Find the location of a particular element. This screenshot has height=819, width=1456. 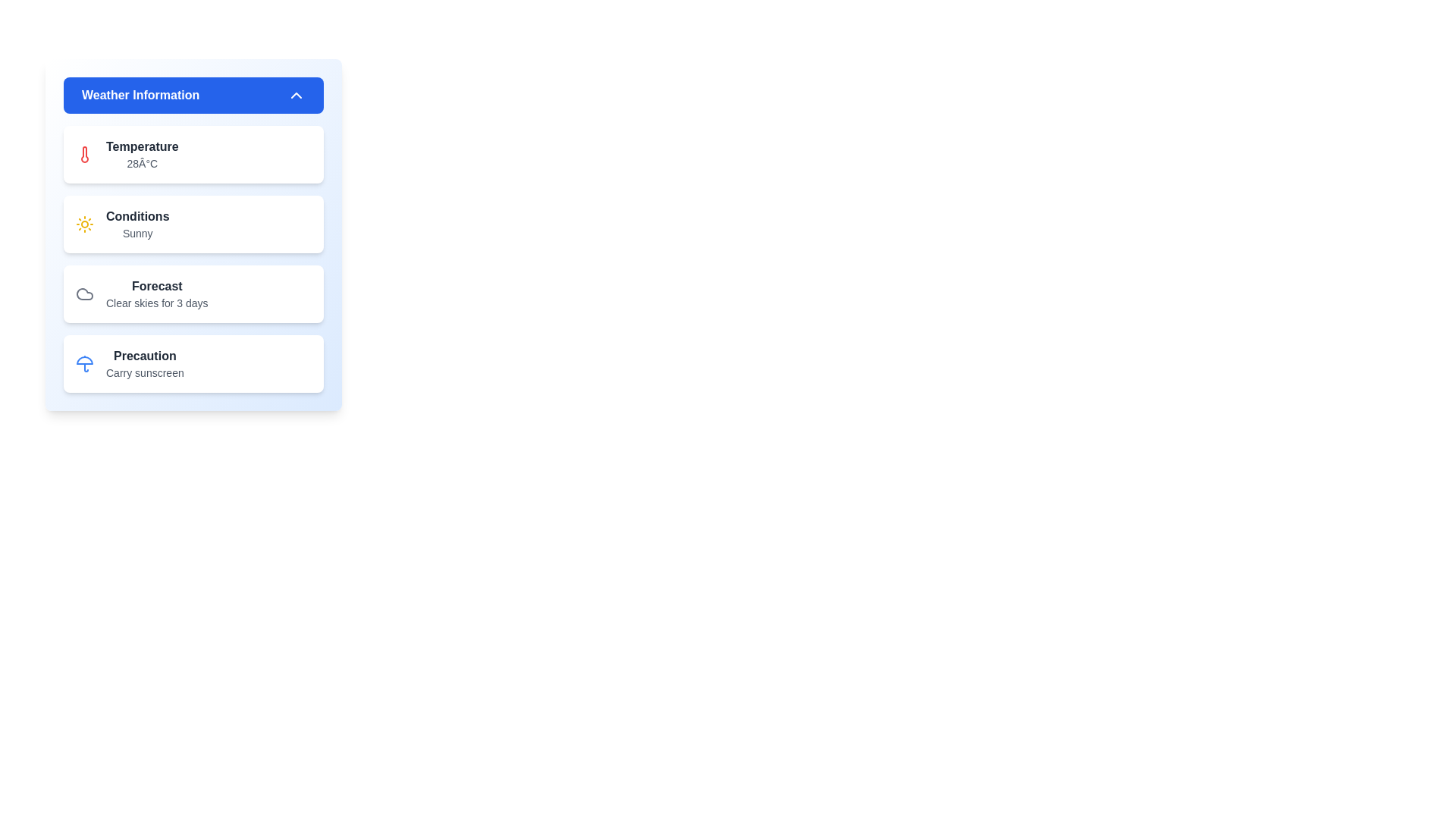

the Text Label providing precautionary information related to weather conditions, located directly below the 'Precaution' header in the fourth section of the 'Weather Information' card is located at coordinates (145, 373).